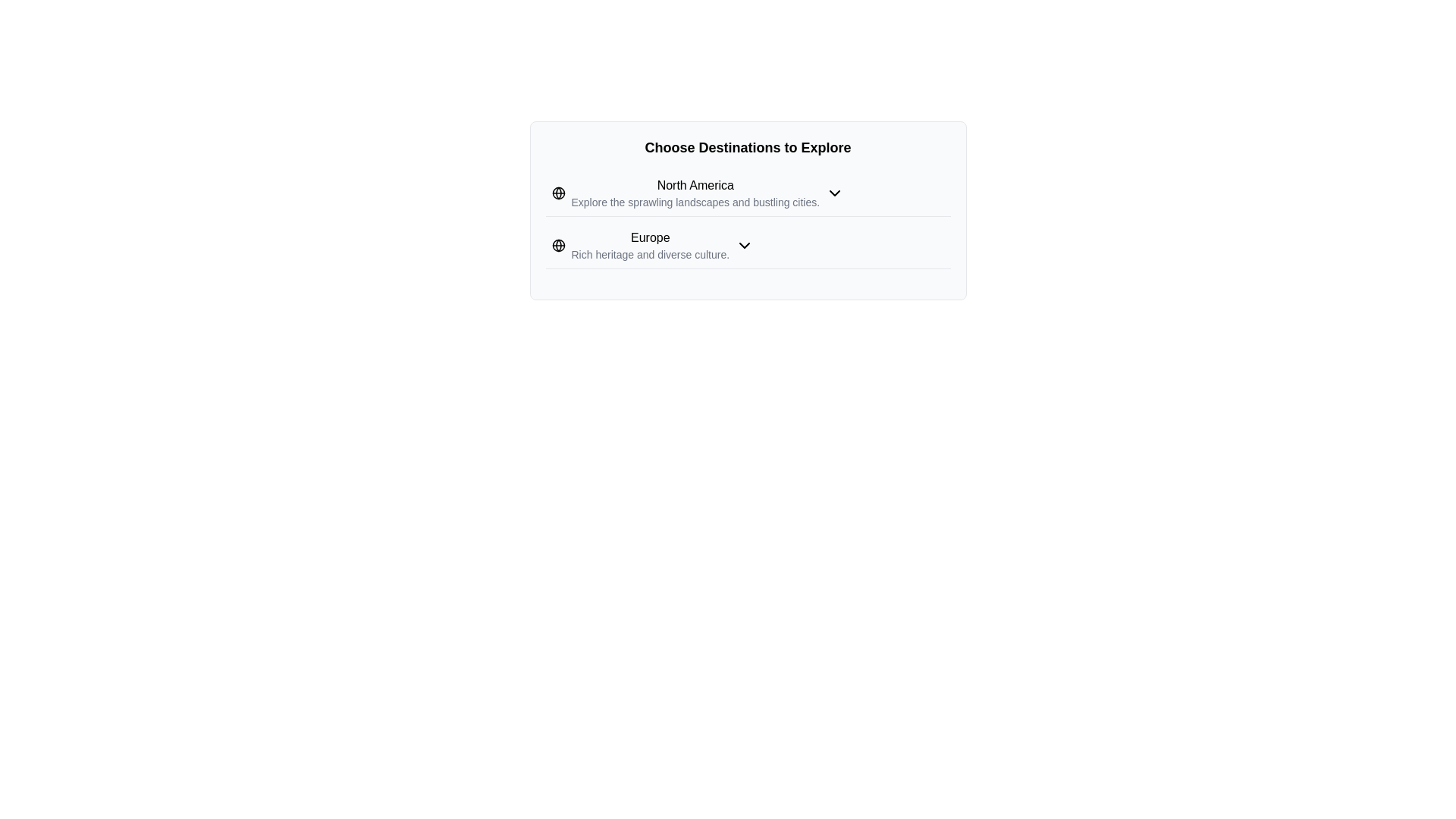 This screenshot has width=1456, height=819. Describe the element at coordinates (834, 192) in the screenshot. I see `the downward-pointing chevron icon at the end of the 'North America' text label` at that location.